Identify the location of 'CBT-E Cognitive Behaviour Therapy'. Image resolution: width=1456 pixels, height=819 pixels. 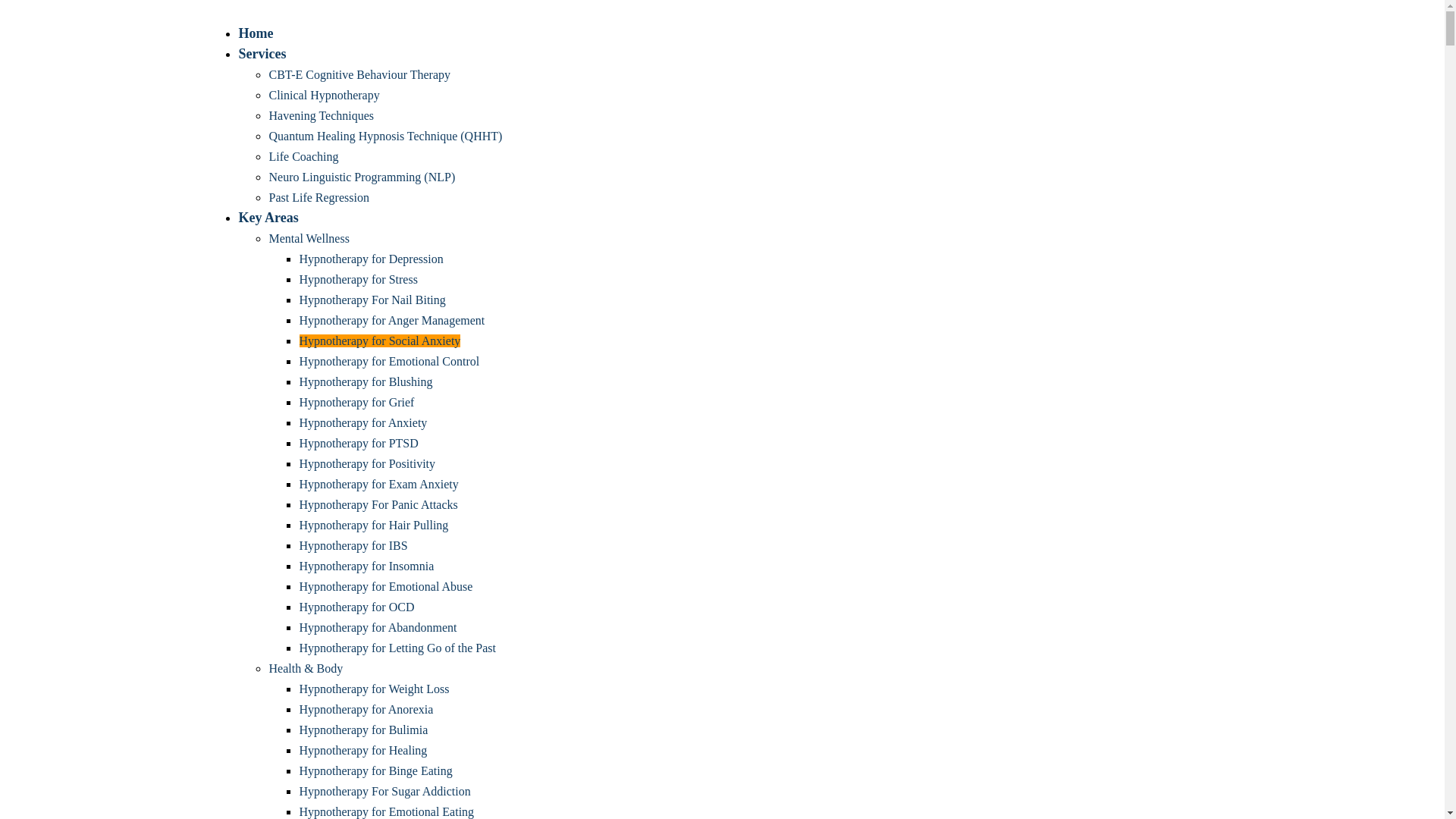
(359, 74).